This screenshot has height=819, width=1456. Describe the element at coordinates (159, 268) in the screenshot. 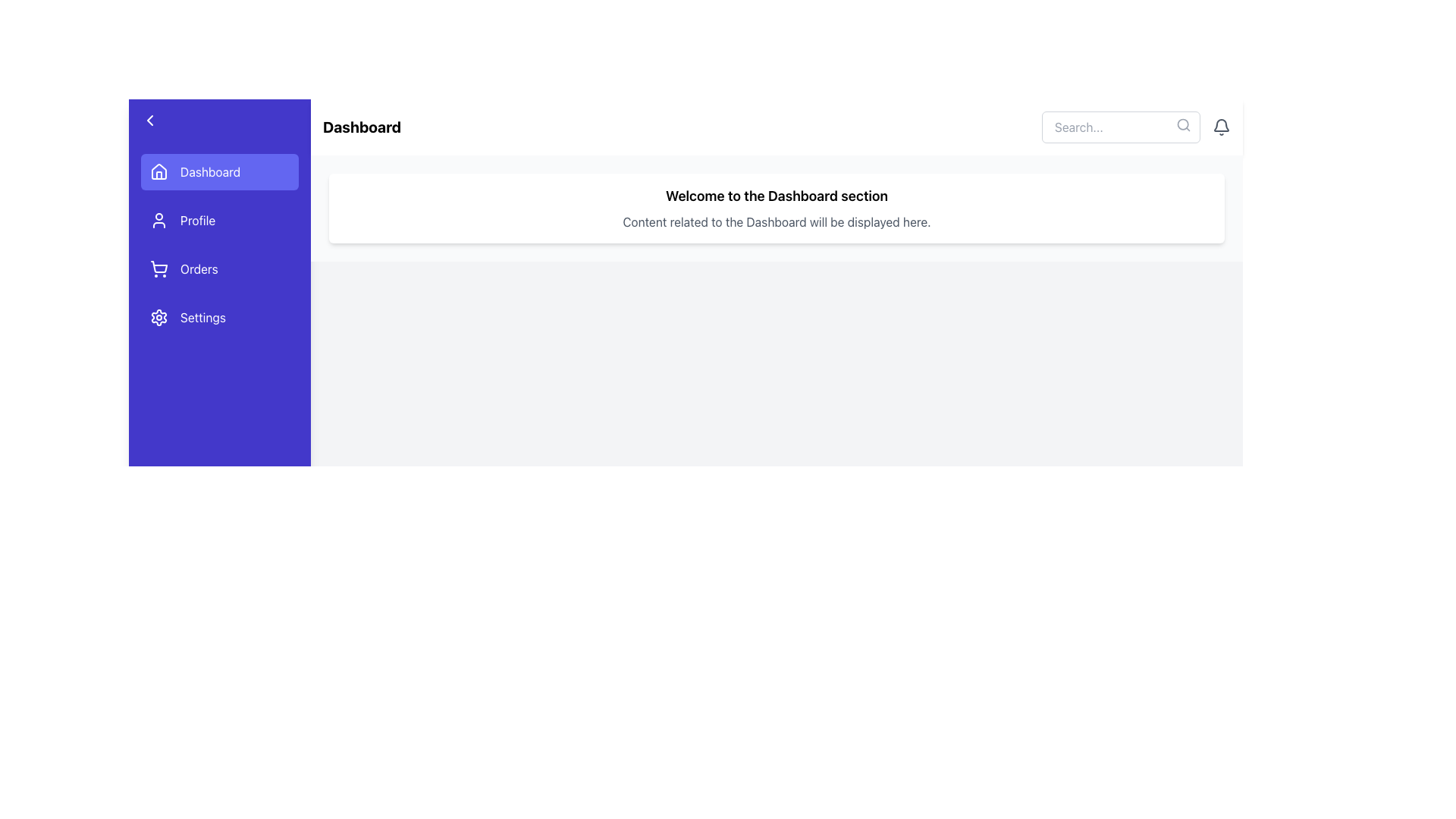

I see `the 'Orders' button icon located on the vertical navigation bar on the left side of the UI for visual guidance` at that location.